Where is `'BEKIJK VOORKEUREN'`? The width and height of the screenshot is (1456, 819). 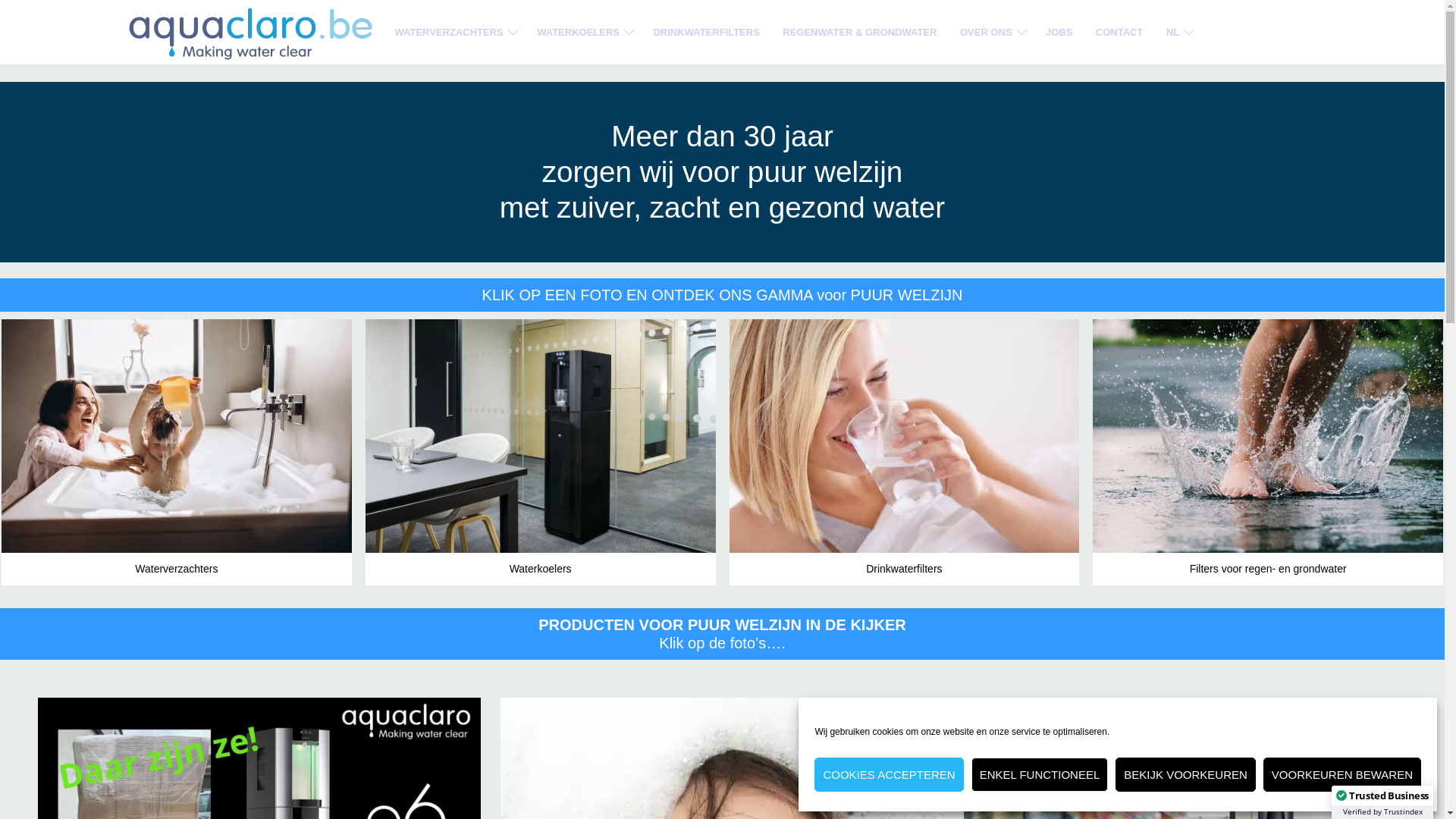
'BEKIJK VOORKEUREN' is located at coordinates (1115, 774).